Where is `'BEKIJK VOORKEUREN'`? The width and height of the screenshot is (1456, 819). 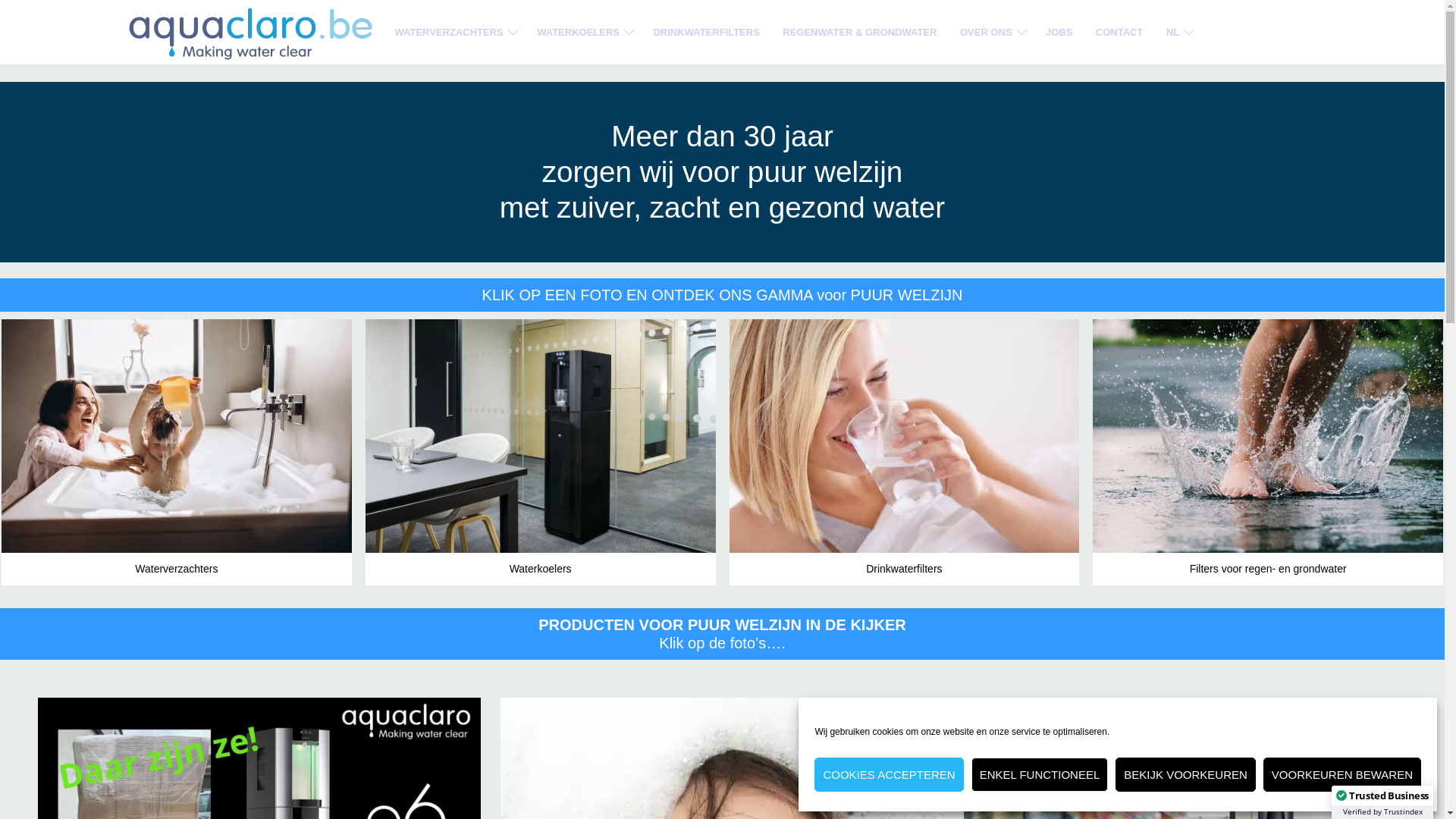
'BEKIJK VOORKEUREN' is located at coordinates (1115, 774).